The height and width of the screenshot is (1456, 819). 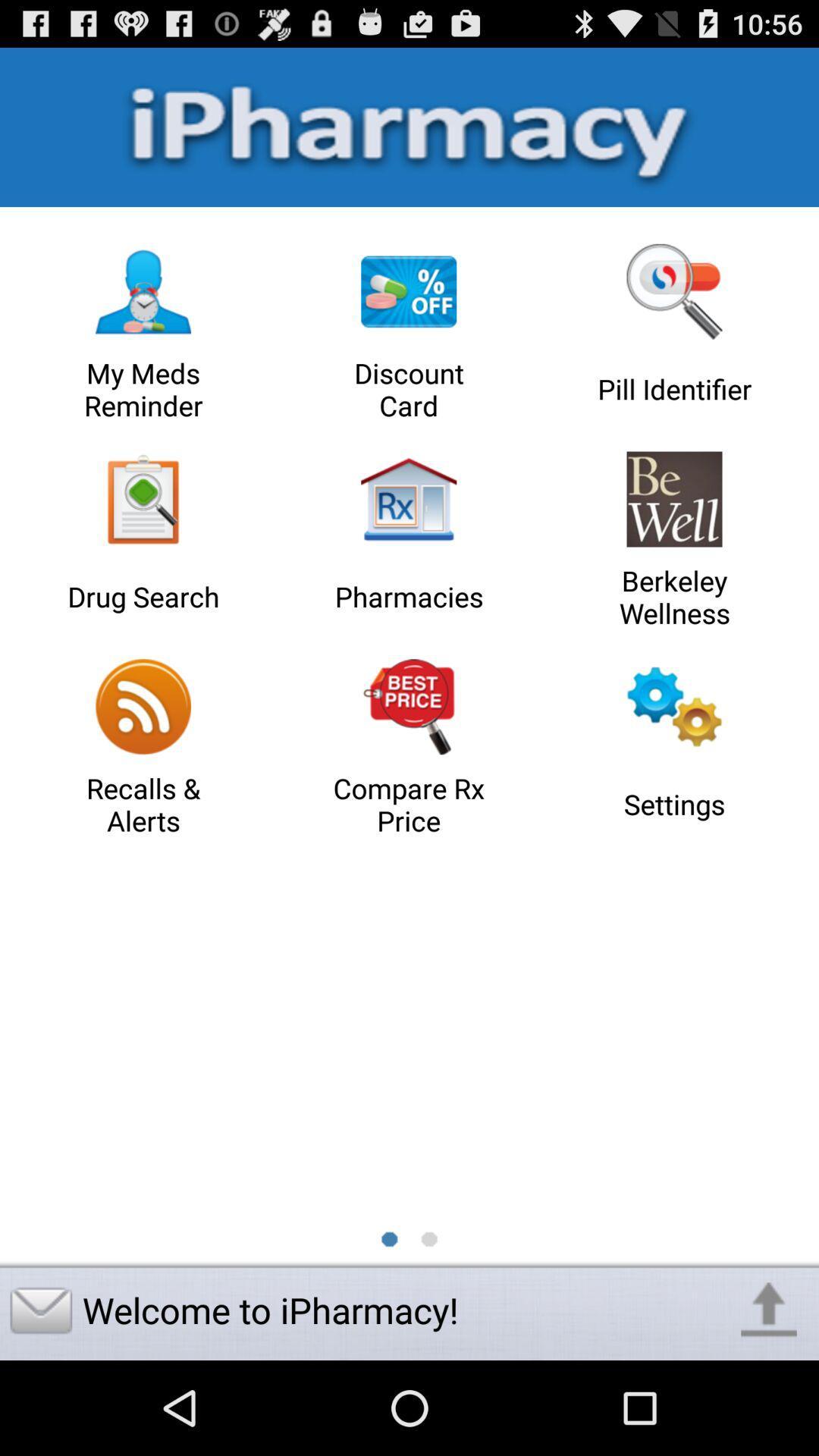 I want to click on page up, so click(x=769, y=1310).